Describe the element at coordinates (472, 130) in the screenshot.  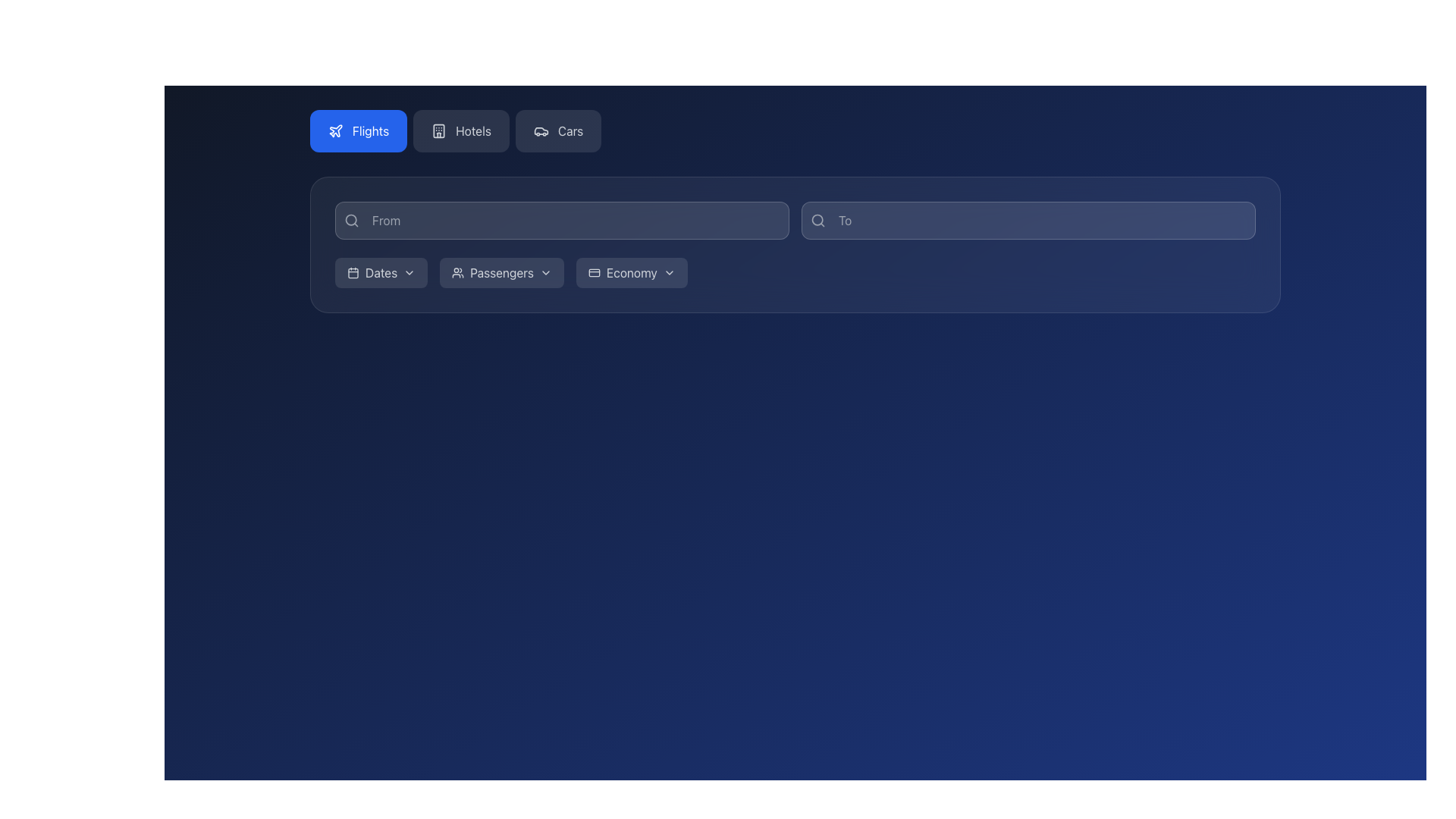
I see `the 'Hotels' option, which is a gray textual label embedded within a button located at the top section of the interface, centered among three menu buttons` at that location.